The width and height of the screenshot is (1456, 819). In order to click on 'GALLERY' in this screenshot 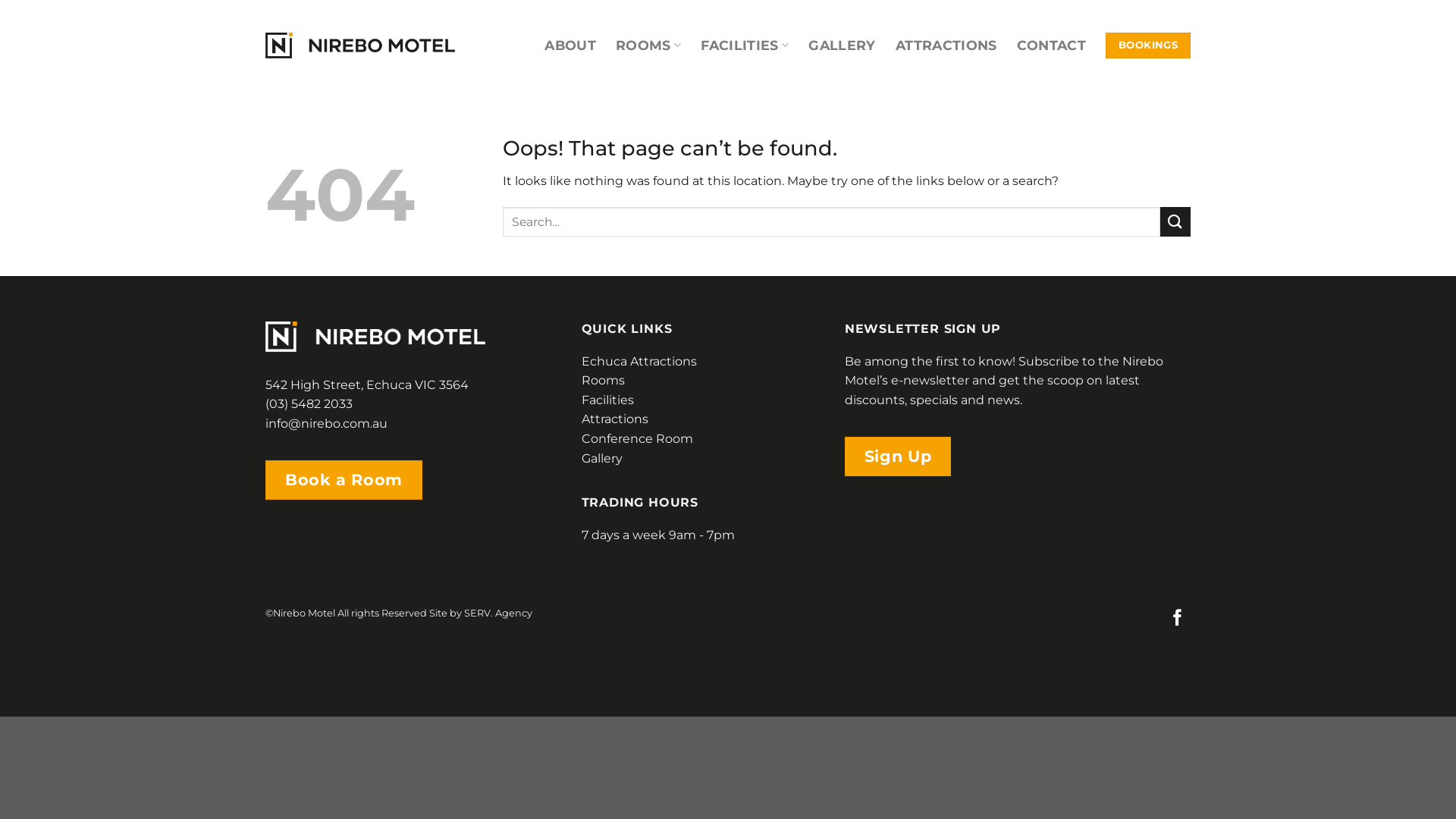, I will do `click(840, 45)`.